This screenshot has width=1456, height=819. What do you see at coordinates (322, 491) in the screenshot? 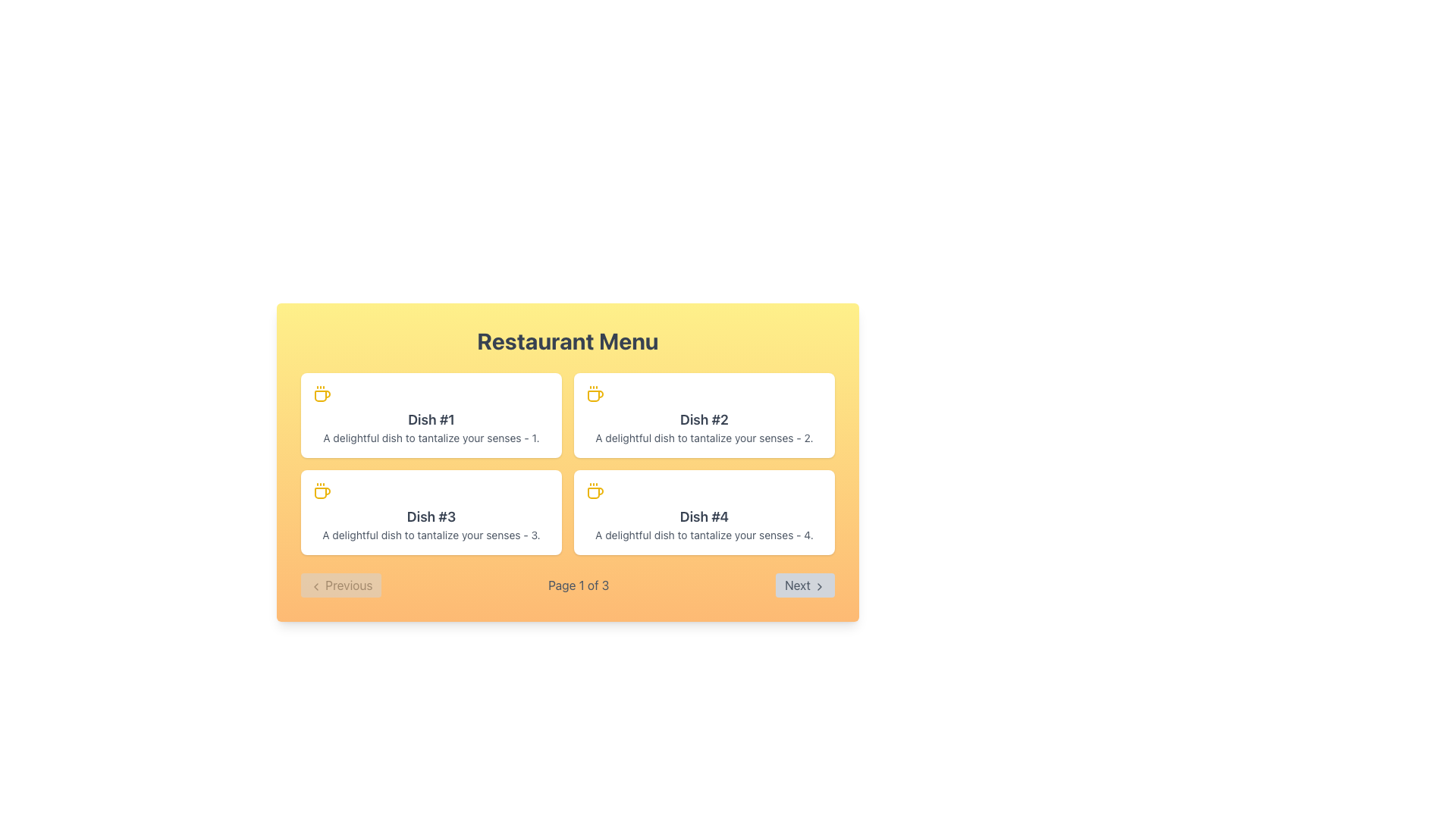
I see `the coffee cup icon, which is styled in yellow with three steam lines, located in the top left corner of the 'Dish #3' card` at bounding box center [322, 491].